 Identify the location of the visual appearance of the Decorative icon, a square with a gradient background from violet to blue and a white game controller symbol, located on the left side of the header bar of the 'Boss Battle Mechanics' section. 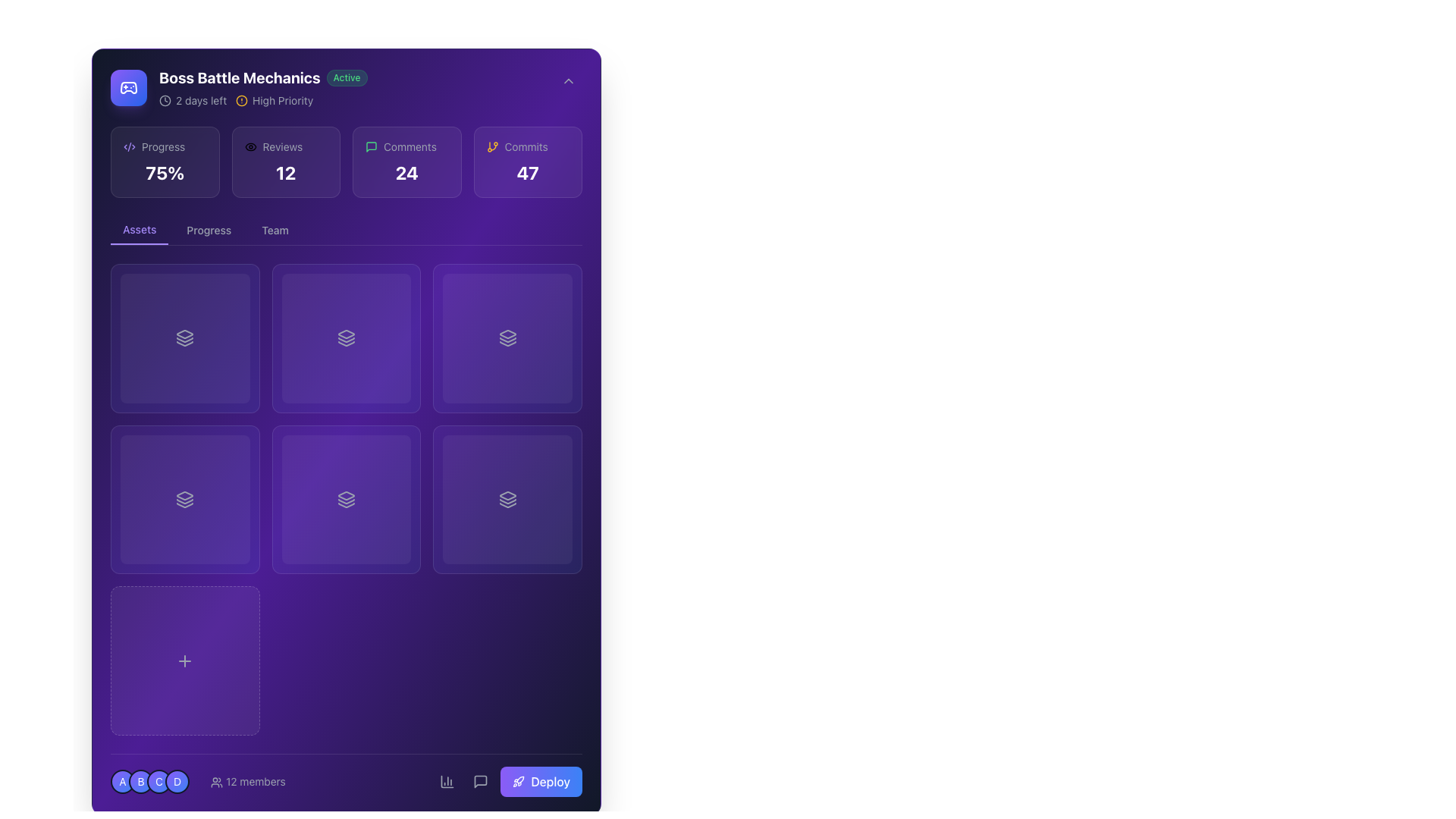
(128, 87).